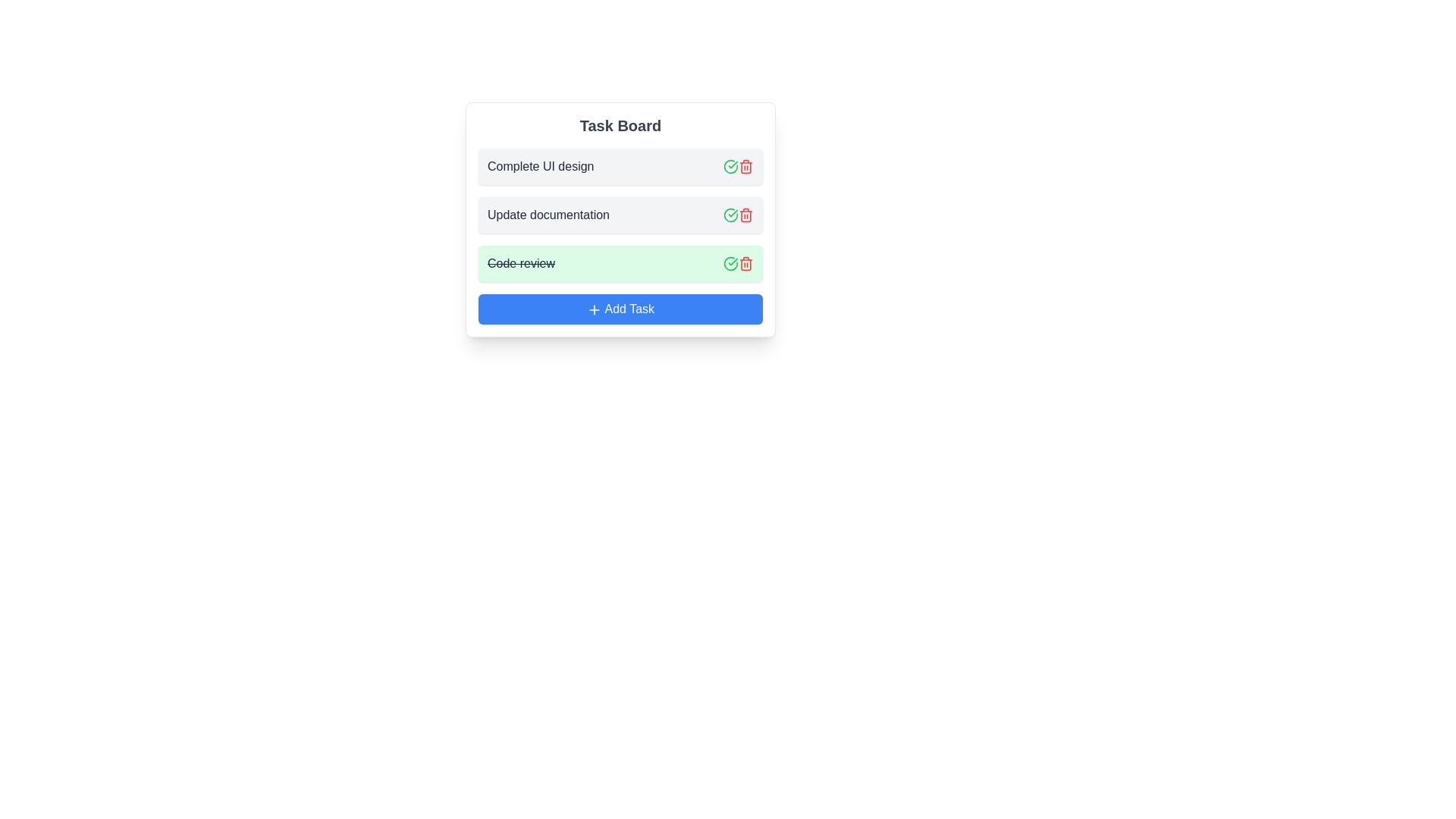 This screenshot has height=819, width=1456. I want to click on the central vertical component of the trash can icon, so click(745, 263).